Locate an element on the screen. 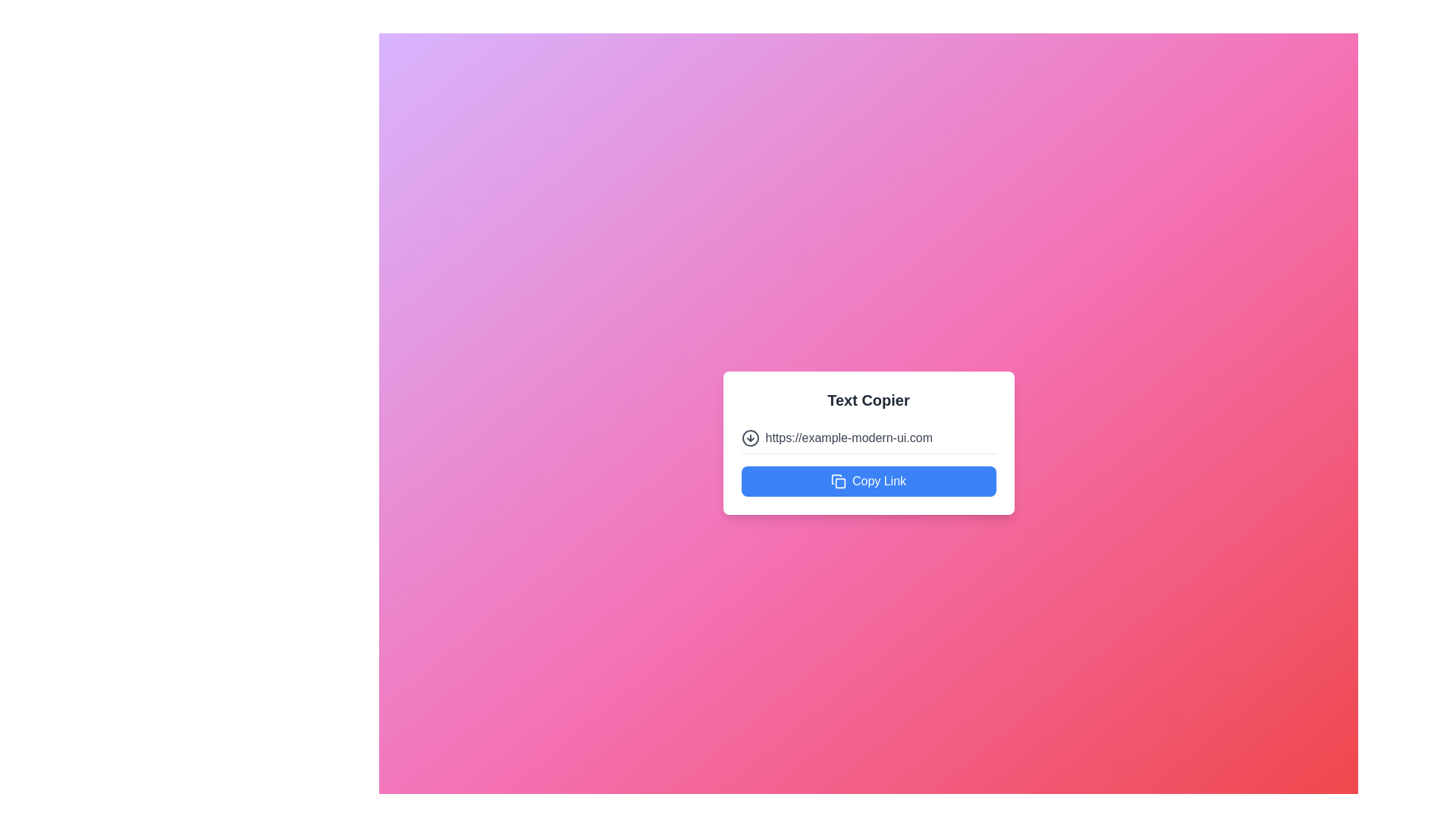 The height and width of the screenshot is (819, 1456). the 'Copy Link' button located below the 'Text Copier' title and above the text input field to copy the hyperlink to the clipboard is located at coordinates (868, 481).